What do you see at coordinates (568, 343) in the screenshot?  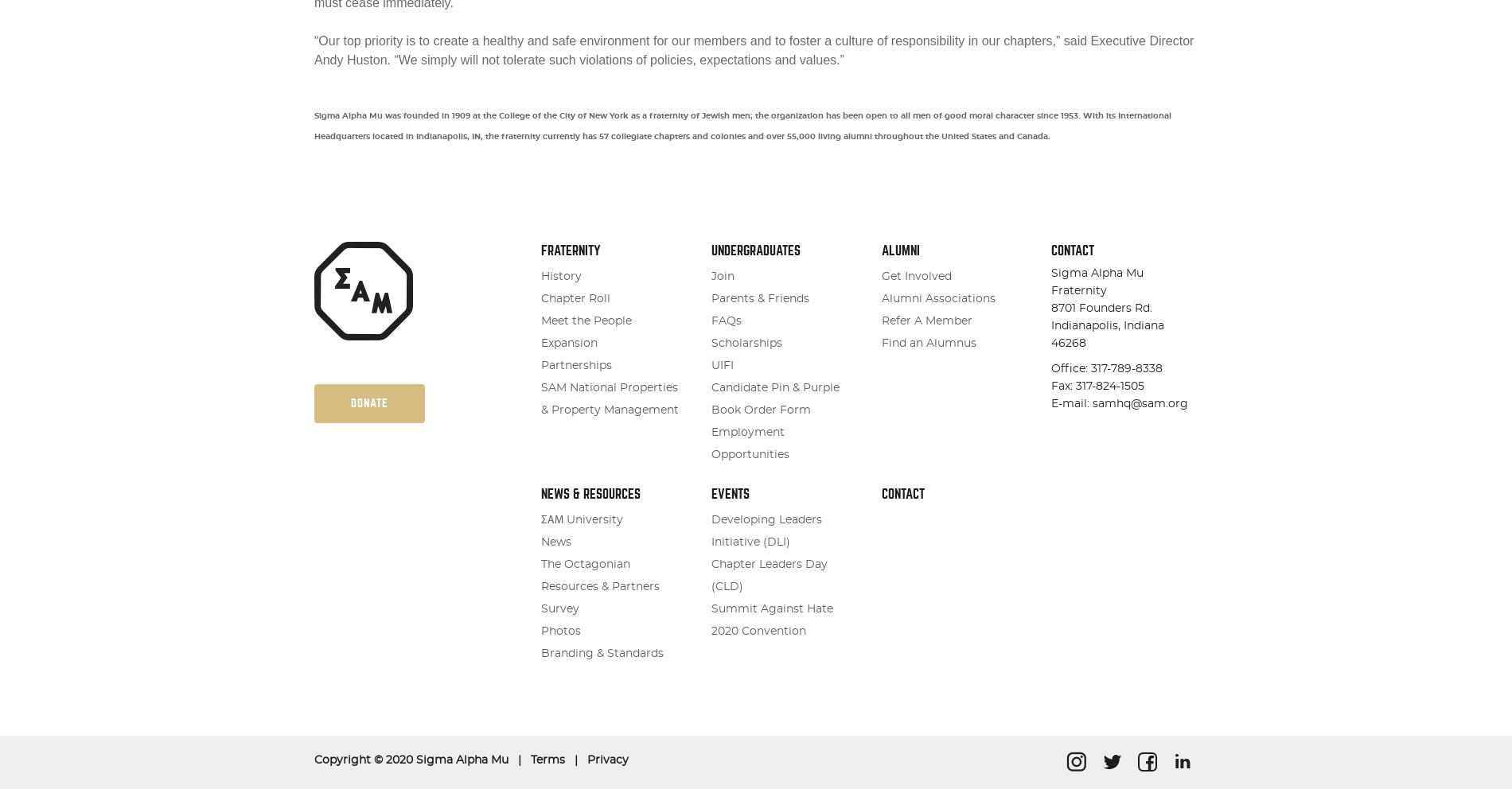 I see `'Expansion'` at bounding box center [568, 343].